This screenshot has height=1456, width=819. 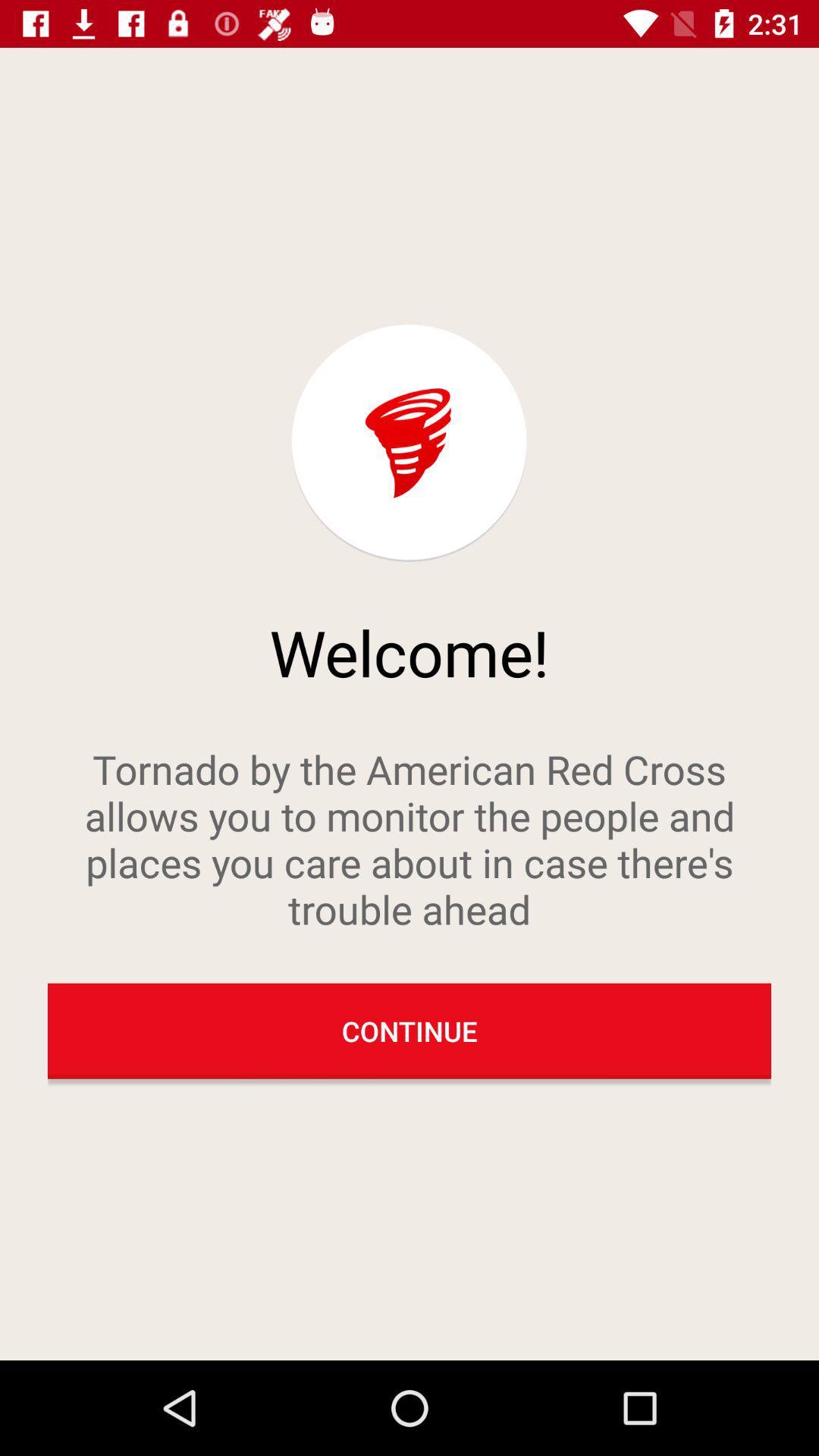 I want to click on the continue button, so click(x=409, y=1031).